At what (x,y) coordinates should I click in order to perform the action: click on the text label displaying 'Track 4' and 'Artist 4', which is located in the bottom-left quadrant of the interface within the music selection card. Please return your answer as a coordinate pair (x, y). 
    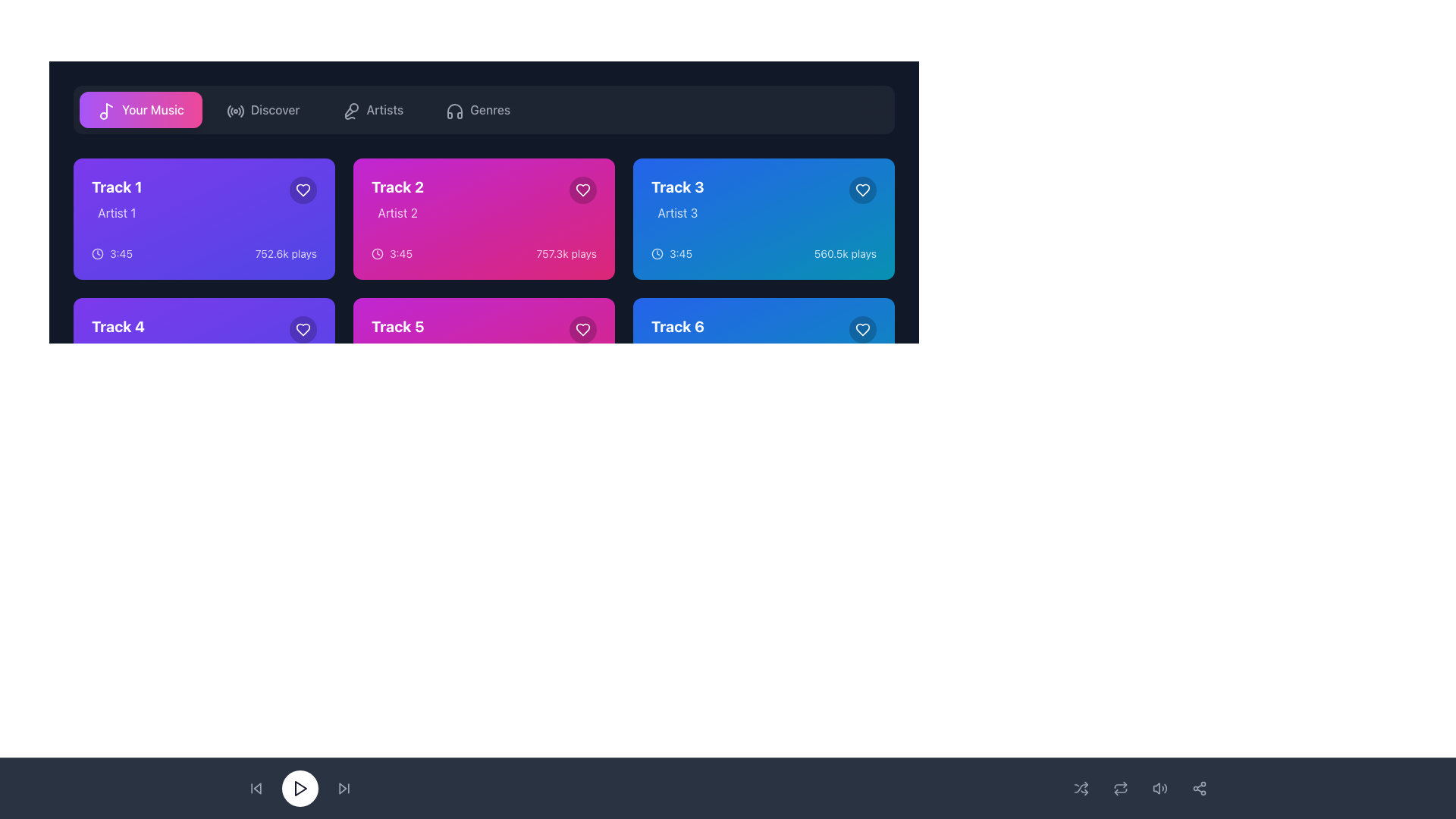
    Looking at the image, I should click on (118, 338).